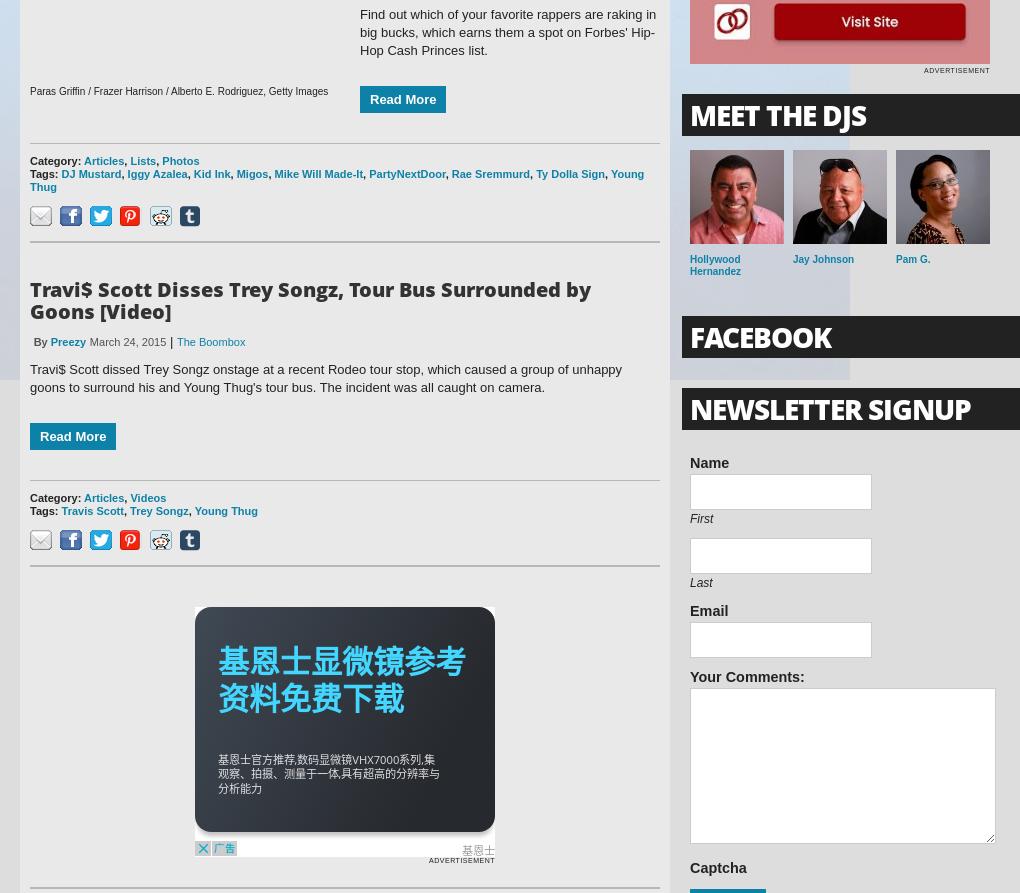 This screenshot has width=1020, height=893. Describe the element at coordinates (700, 518) in the screenshot. I see `'First'` at that location.